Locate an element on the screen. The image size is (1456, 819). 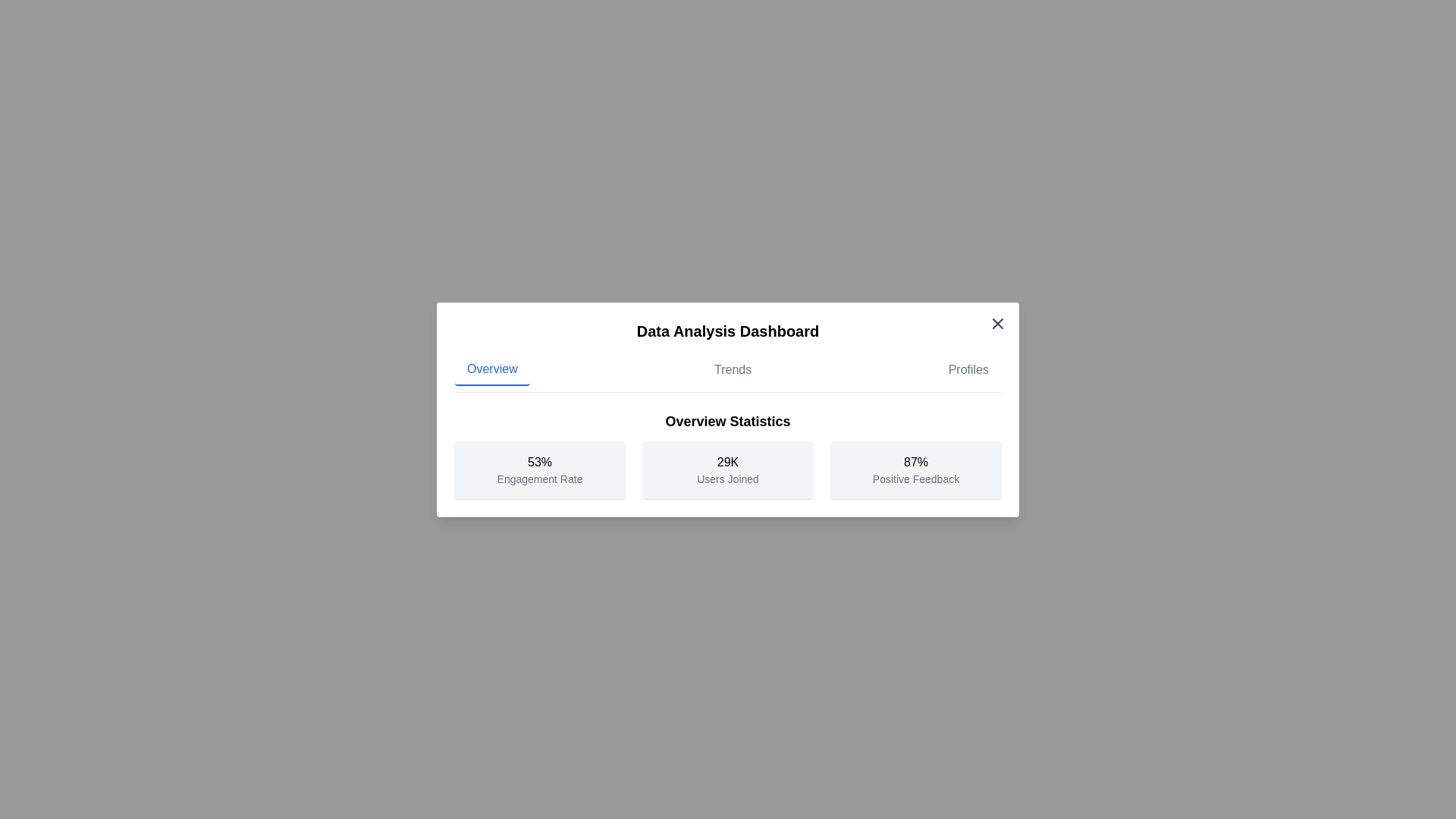
the Statistic Display Card that shows '29K Users Joined', located centrally in the grid below 'Overview Statistics' is located at coordinates (728, 469).